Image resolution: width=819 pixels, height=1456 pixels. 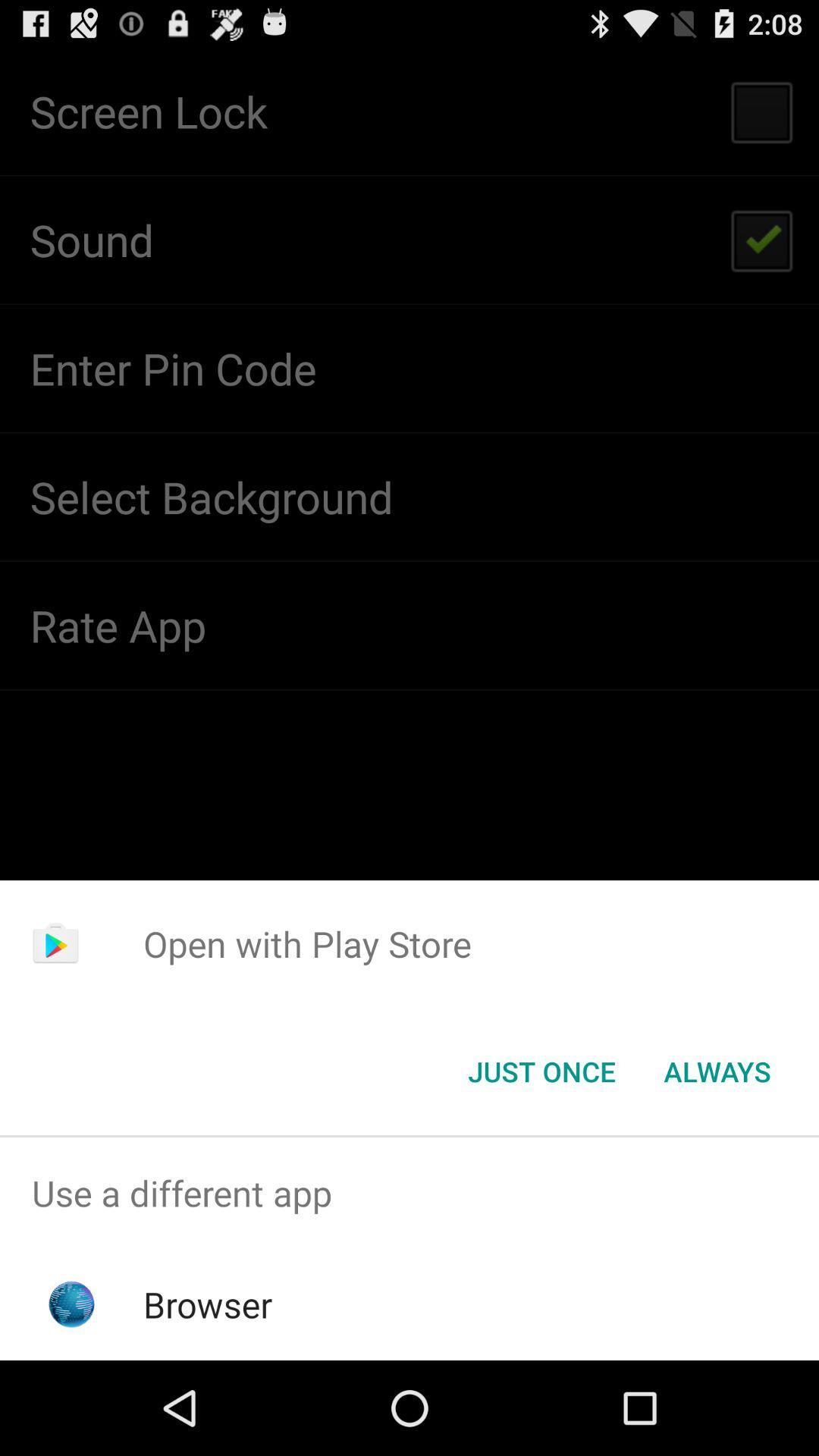 What do you see at coordinates (717, 1070) in the screenshot?
I see `the always item` at bounding box center [717, 1070].